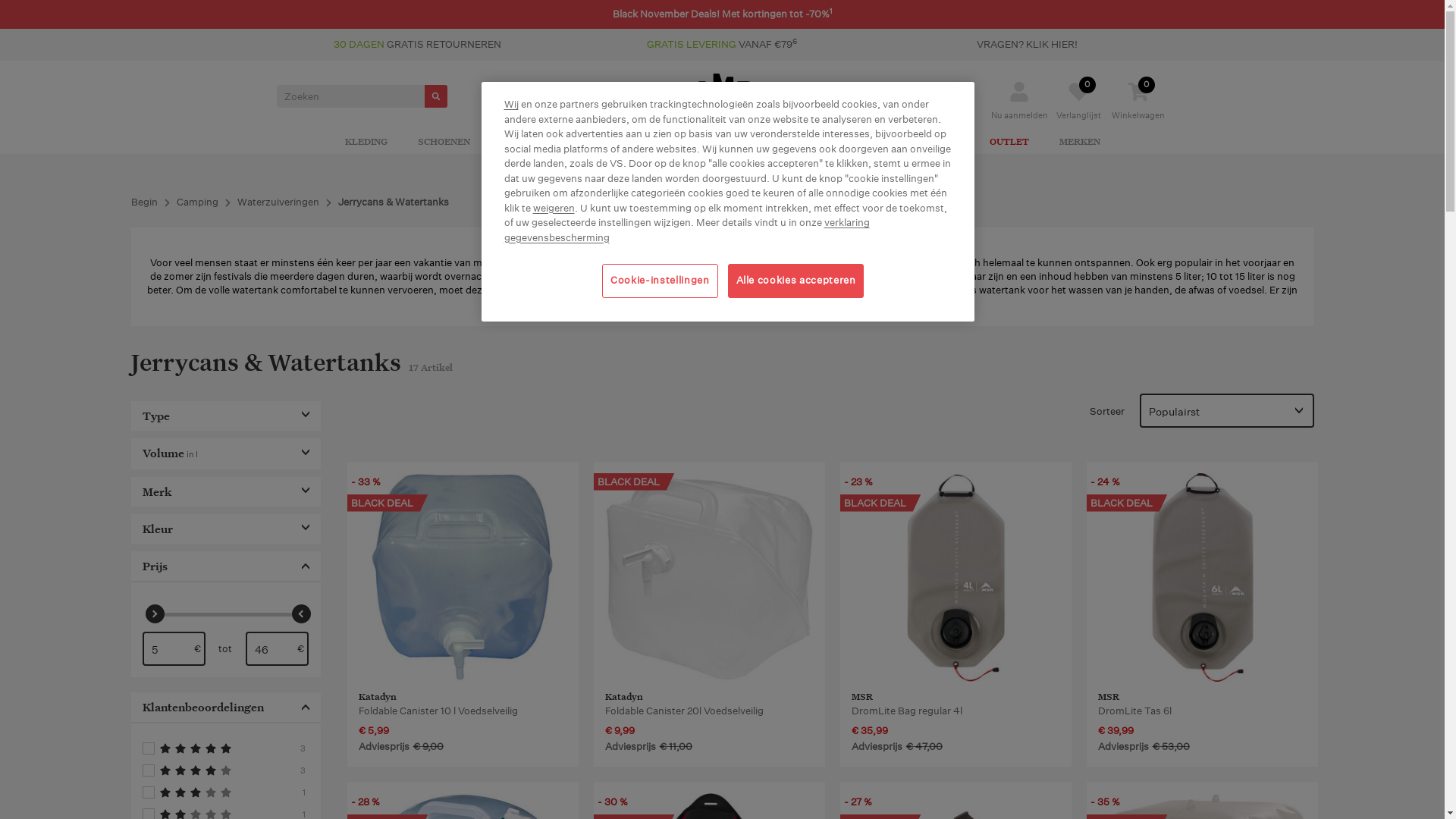 Image resolution: width=1456 pixels, height=819 pixels. Describe the element at coordinates (196, 201) in the screenshot. I see `'Camping'` at that location.